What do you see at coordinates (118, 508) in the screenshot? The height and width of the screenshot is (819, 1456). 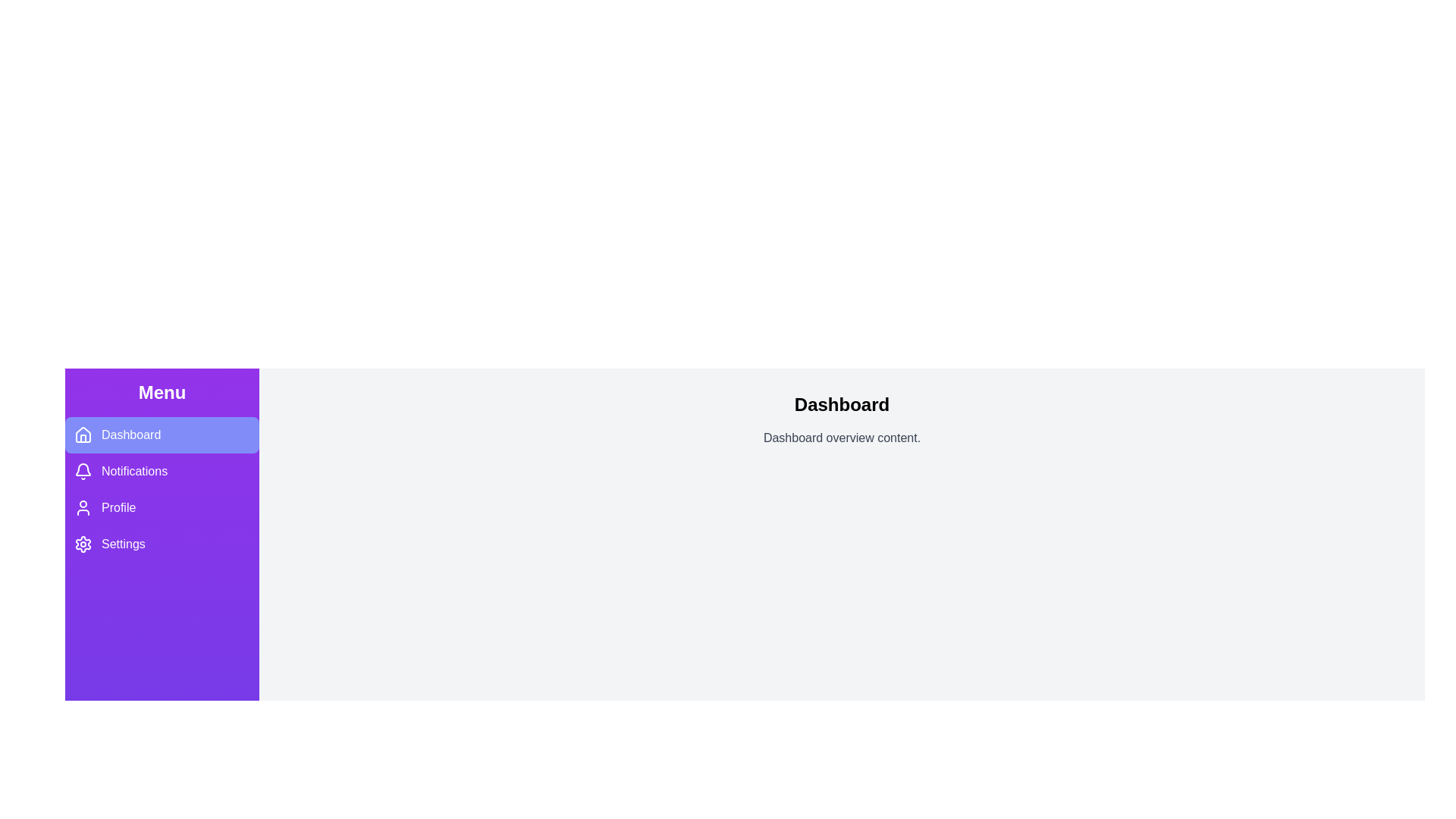 I see `the 'Profile' text label in the third menu item of the sidebar` at bounding box center [118, 508].